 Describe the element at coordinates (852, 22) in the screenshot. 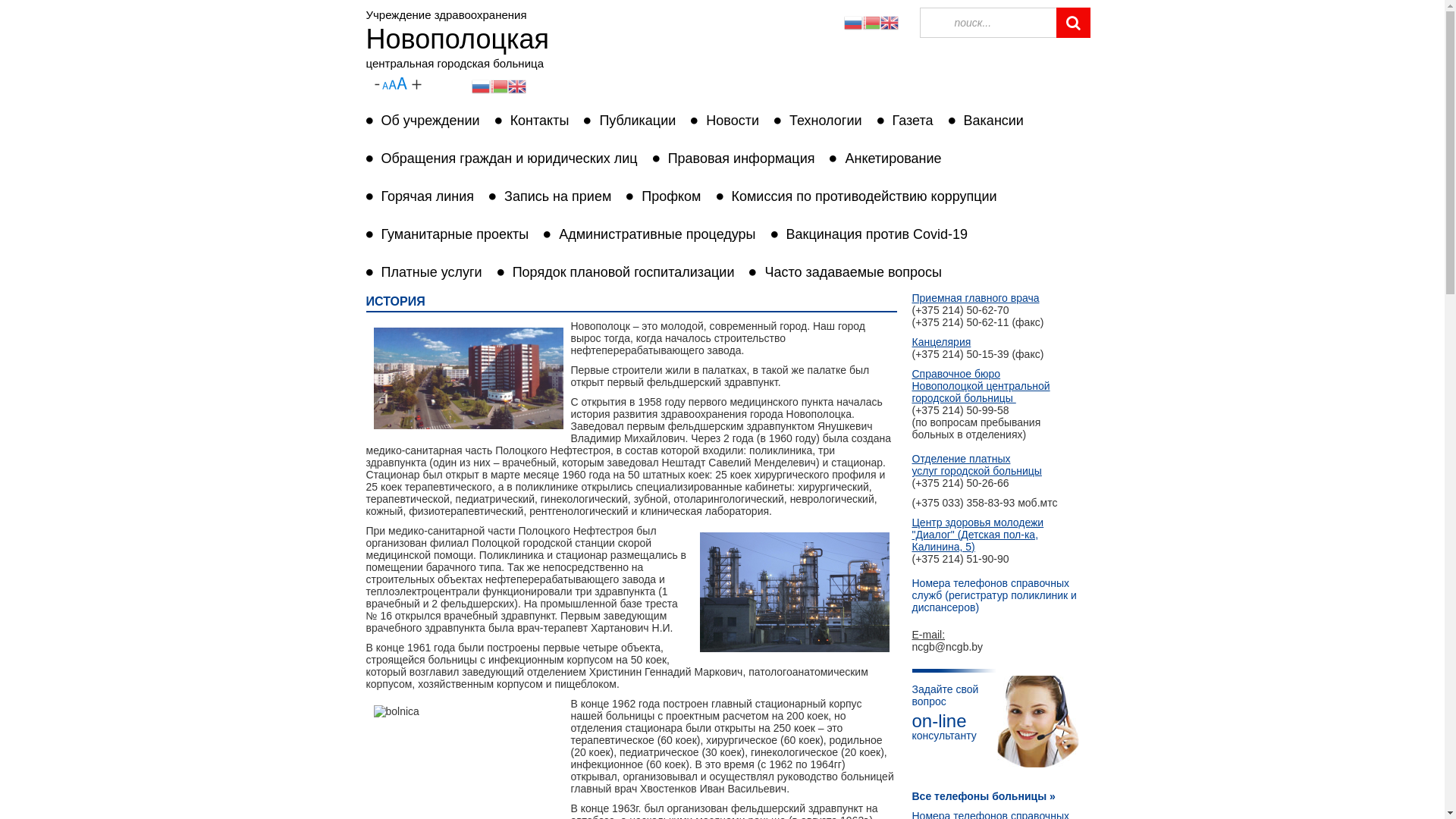

I see `'Russian'` at that location.